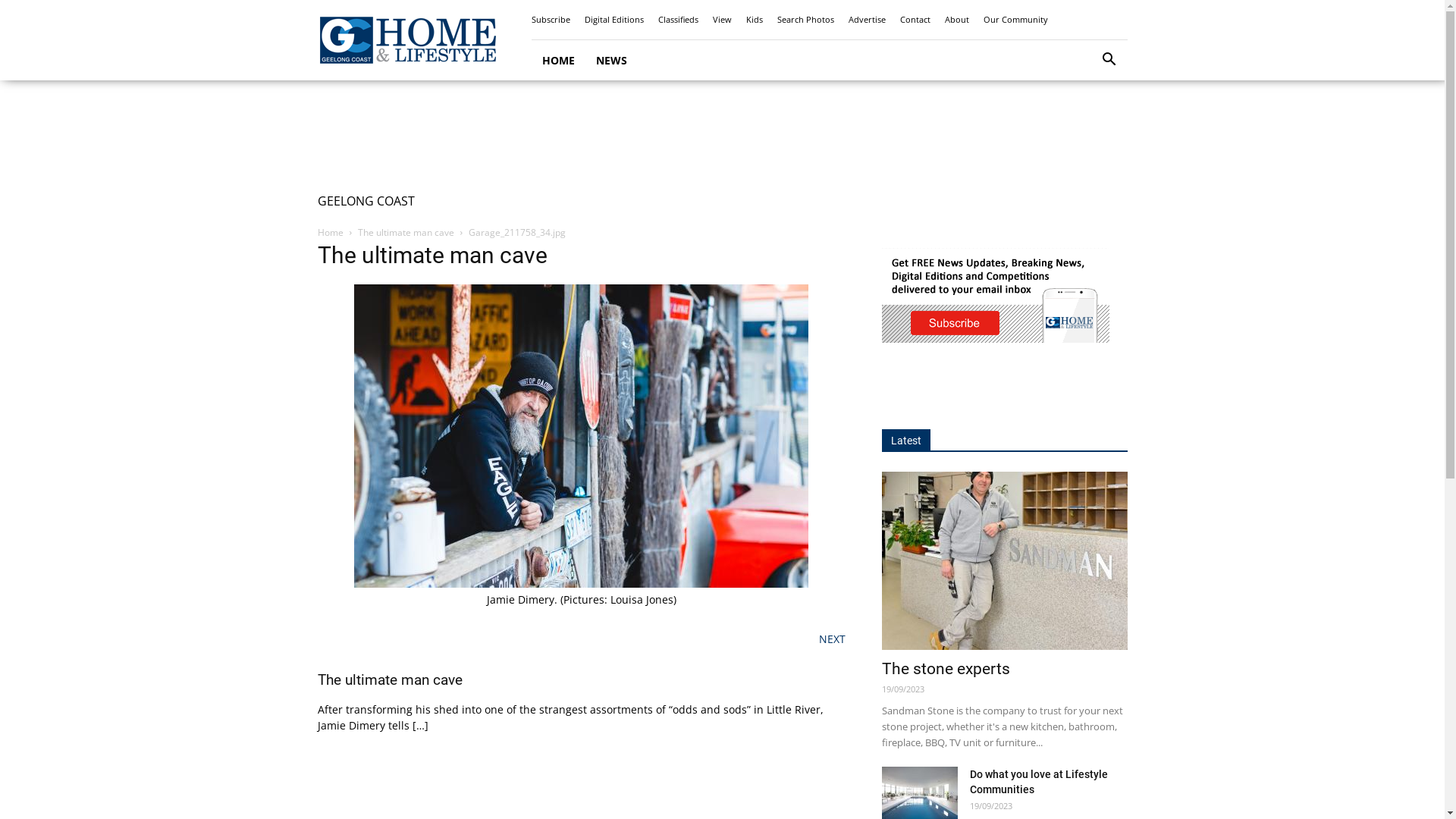 This screenshot has width=1456, height=819. I want to click on 'The ultimate man cave', so click(406, 232).